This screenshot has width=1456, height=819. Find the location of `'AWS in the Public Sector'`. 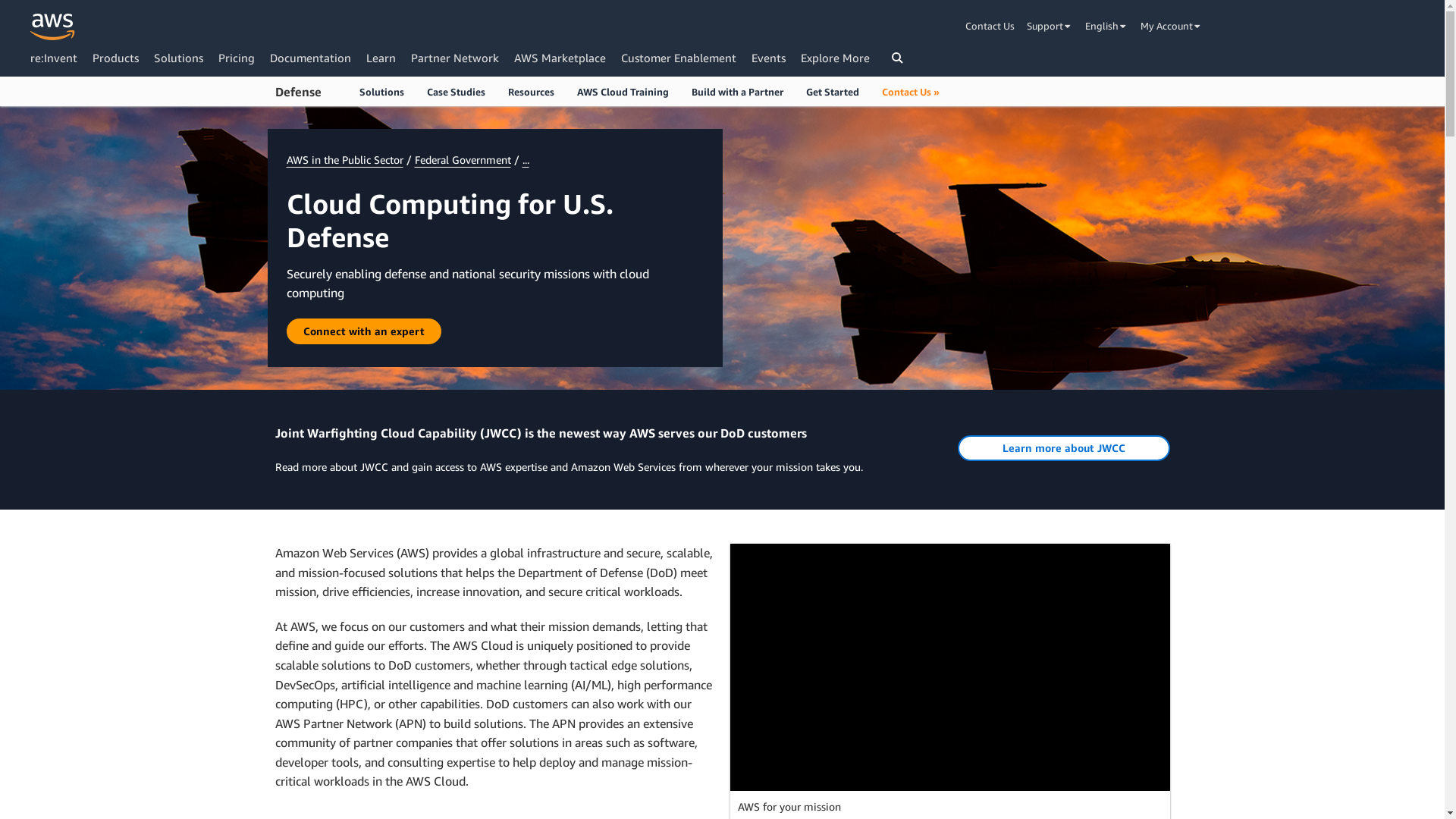

'AWS in the Public Sector' is located at coordinates (287, 159).